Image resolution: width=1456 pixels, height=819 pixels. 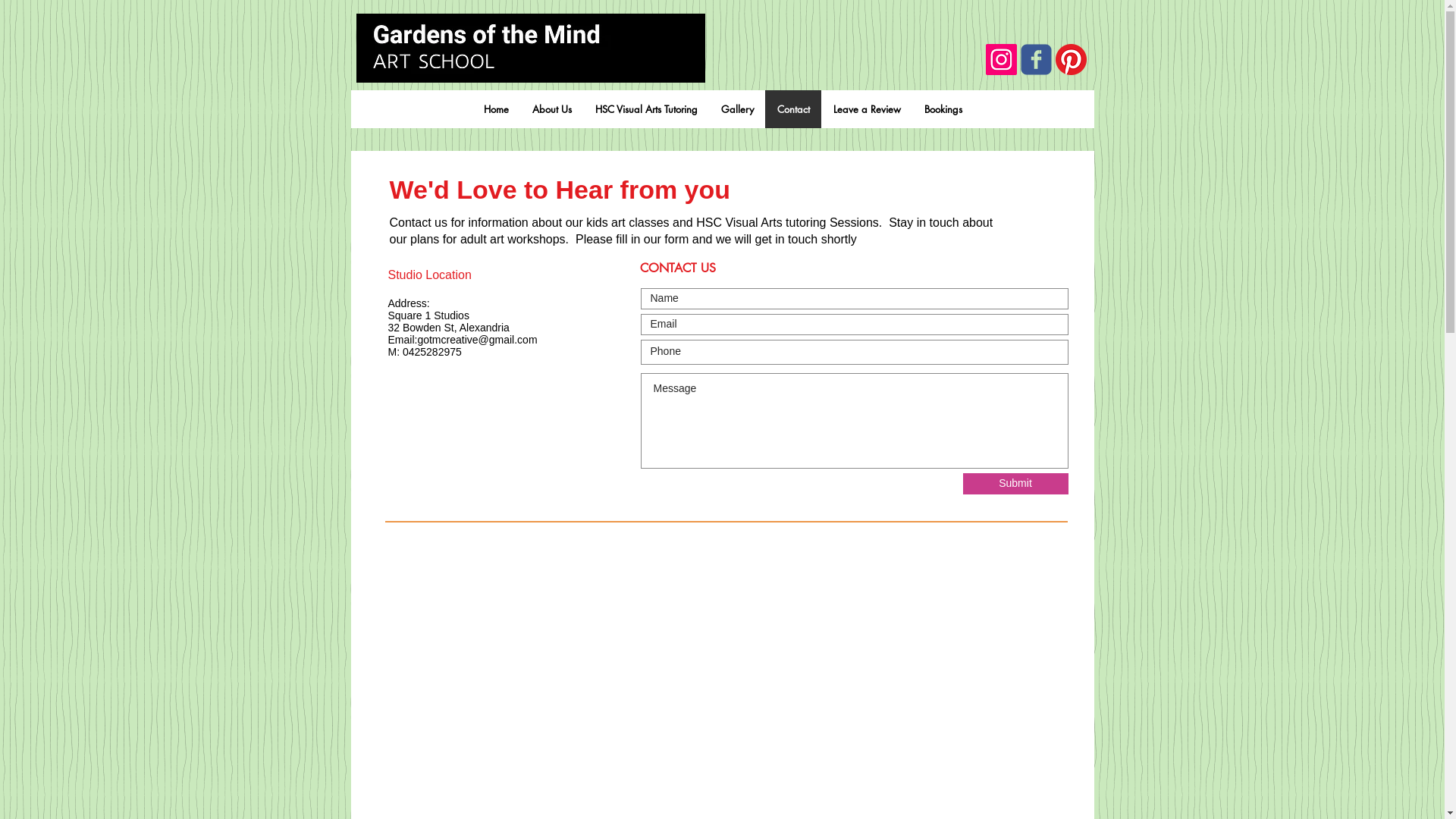 I want to click on 'Home', so click(x=495, y=108).